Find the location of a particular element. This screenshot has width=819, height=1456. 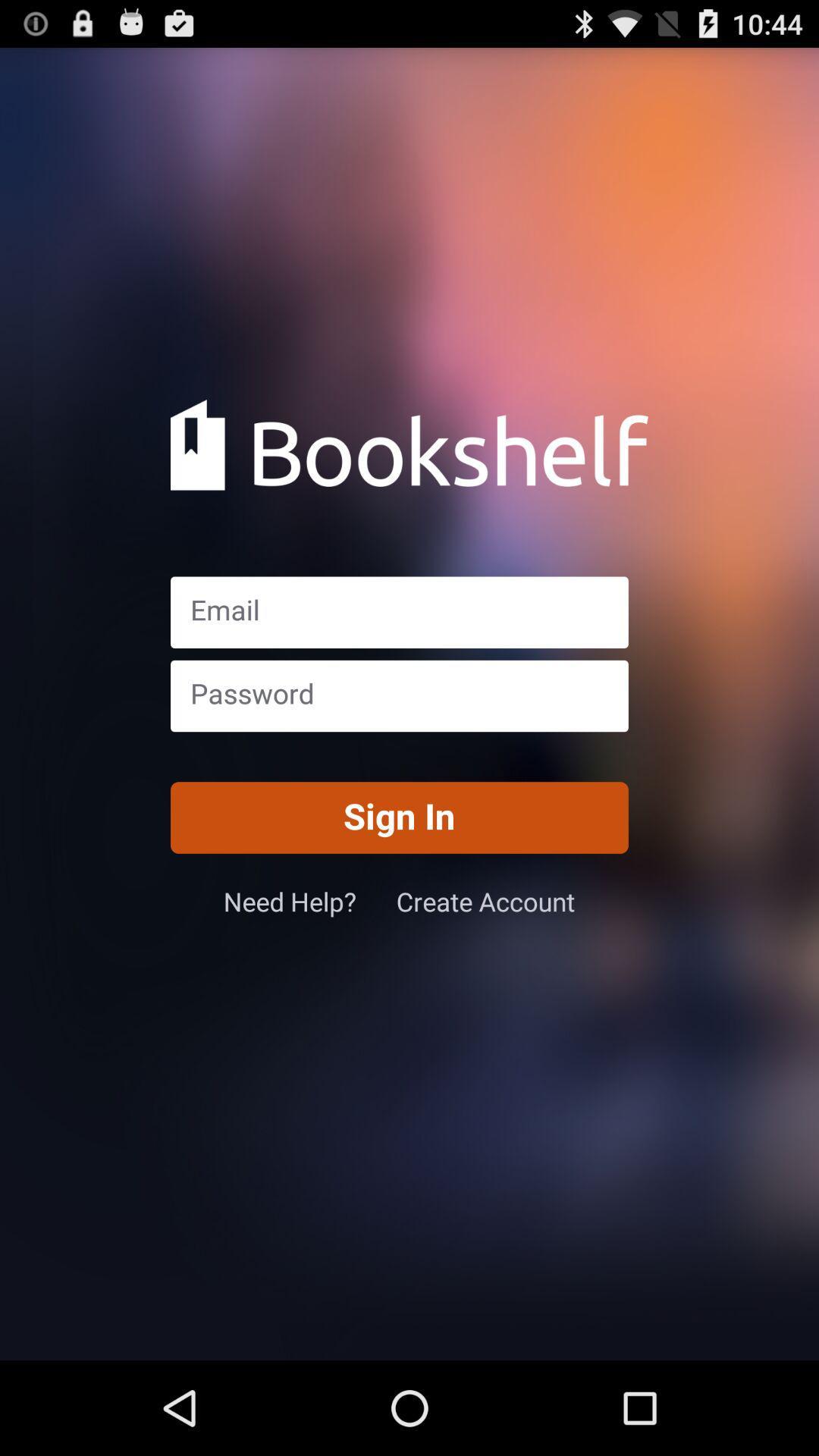

need help? icon is located at coordinates (309, 901).